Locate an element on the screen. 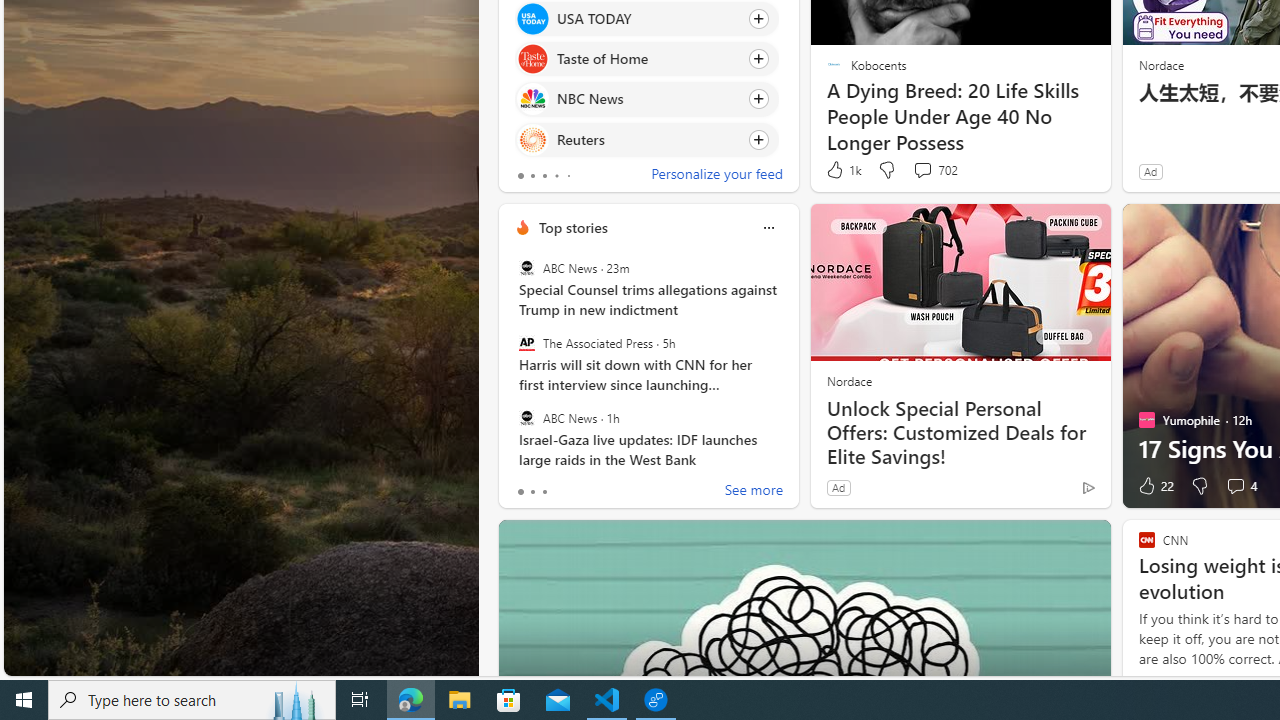 The image size is (1280, 720). 'Click to follow source Taste of Home' is located at coordinates (647, 58).